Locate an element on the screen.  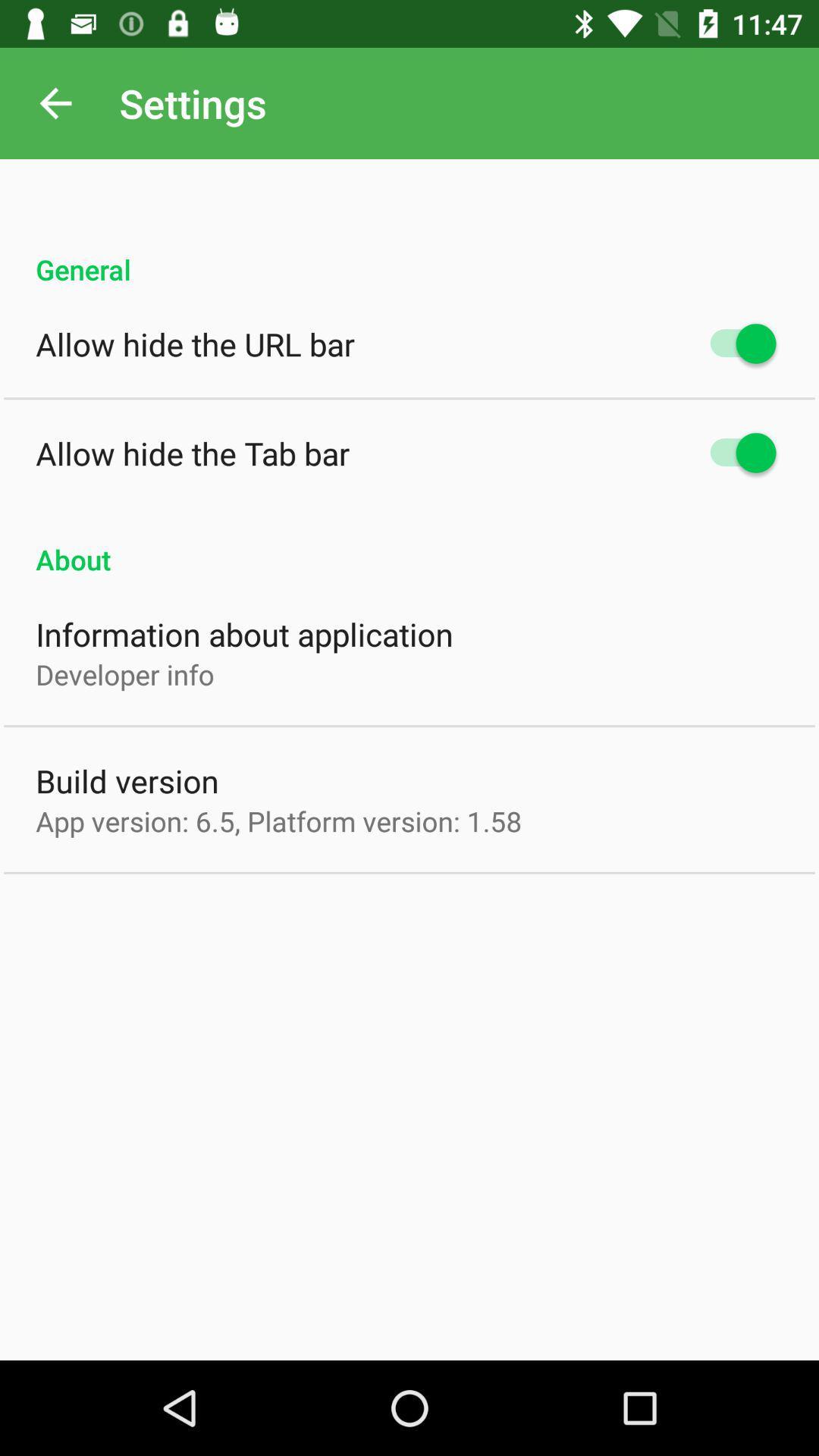
the item below build version is located at coordinates (278, 821).